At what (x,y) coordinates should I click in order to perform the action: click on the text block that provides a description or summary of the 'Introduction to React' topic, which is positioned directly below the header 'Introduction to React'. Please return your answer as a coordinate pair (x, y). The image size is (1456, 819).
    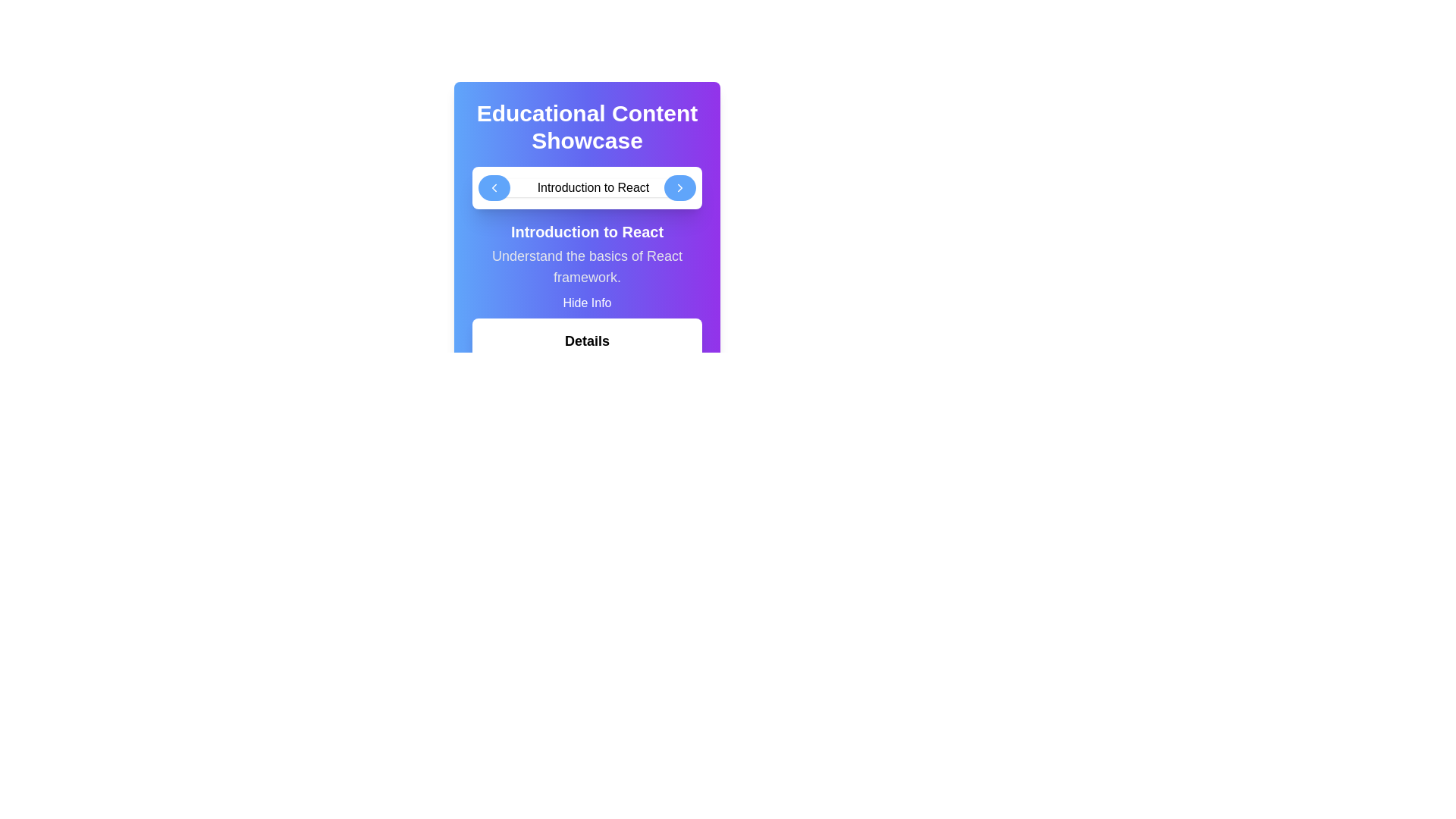
    Looking at the image, I should click on (586, 265).